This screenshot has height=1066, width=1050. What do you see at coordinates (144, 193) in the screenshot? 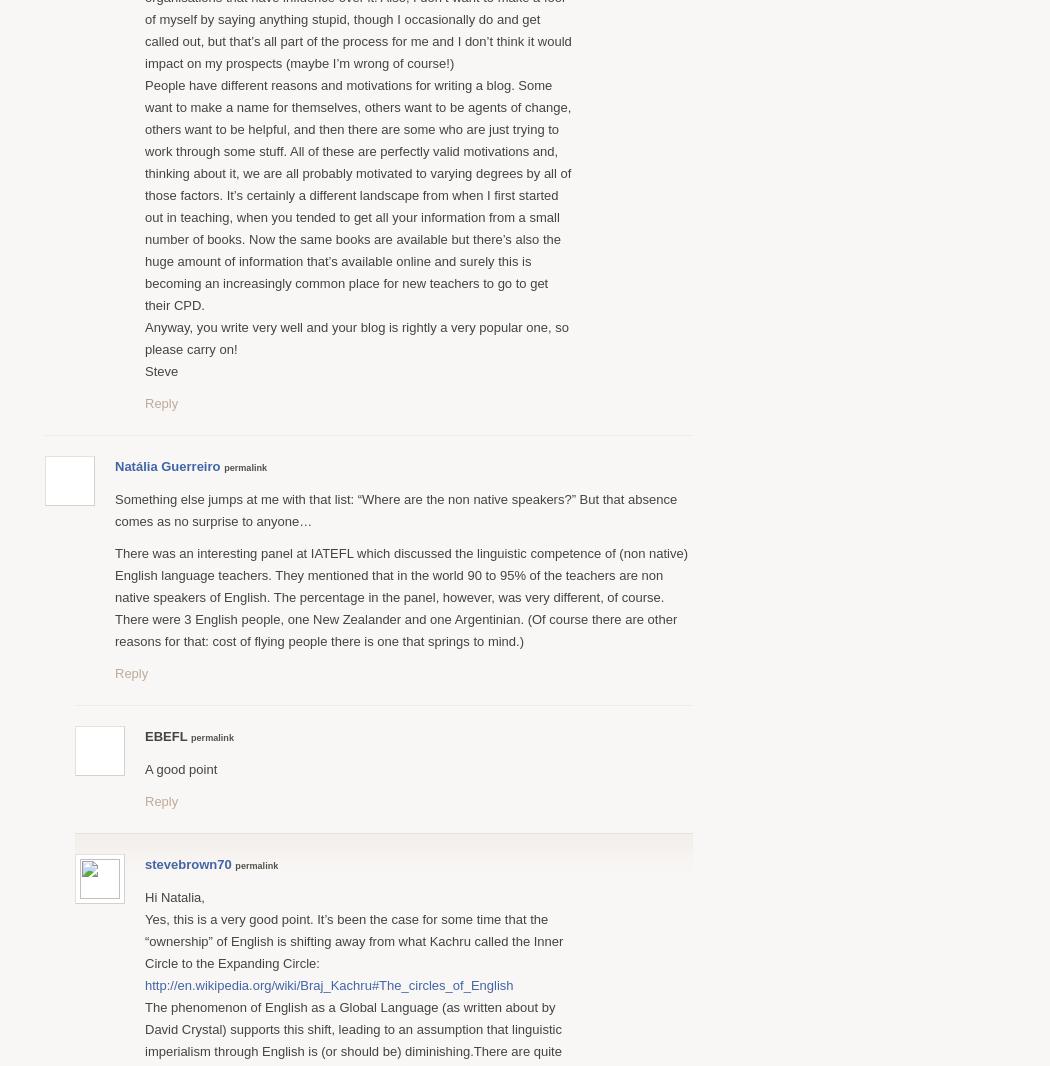
I see `'People have different reasons and motivations for writing a blog. Some want to make a name for themselves, others want to be agents of change, others want to be helpful, and then there are some who are just trying to work through some stuff. All of these are perfectly valid motivations and, thinking about it, we are all probably motivated to varying degrees by all of those factors. It’s certainly a different landscape from when I first started out in teaching, when you tended to get all your information from a small number of books. Now the same books are available but there’s also the huge amount of information that’s available online and surely this is becoming an increasingly common place for new teachers to go to get their CPD.'` at bounding box center [144, 193].